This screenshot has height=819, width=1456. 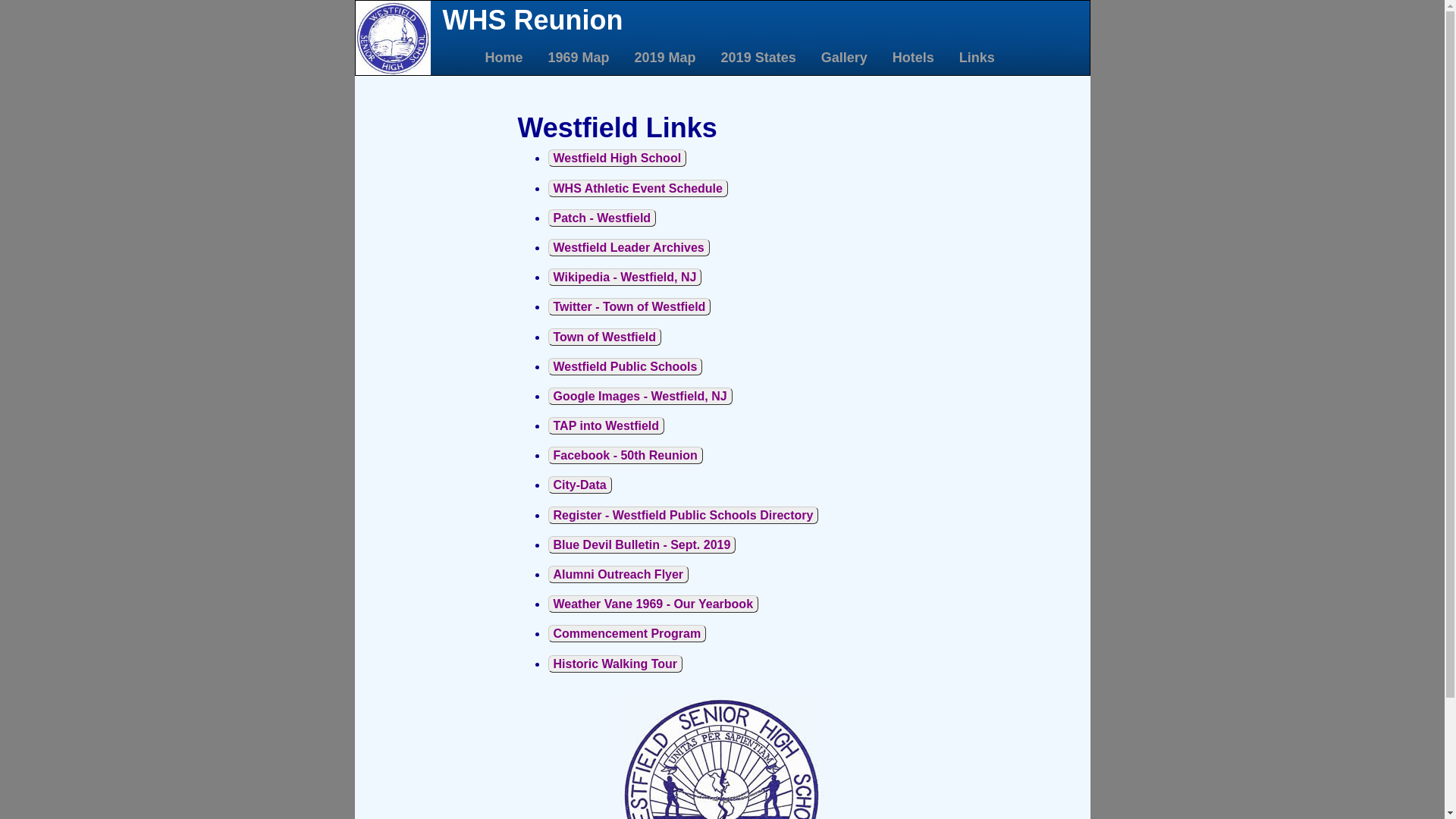 I want to click on 'Blue Devil Bulletin - Sept. 2019', so click(x=641, y=544).